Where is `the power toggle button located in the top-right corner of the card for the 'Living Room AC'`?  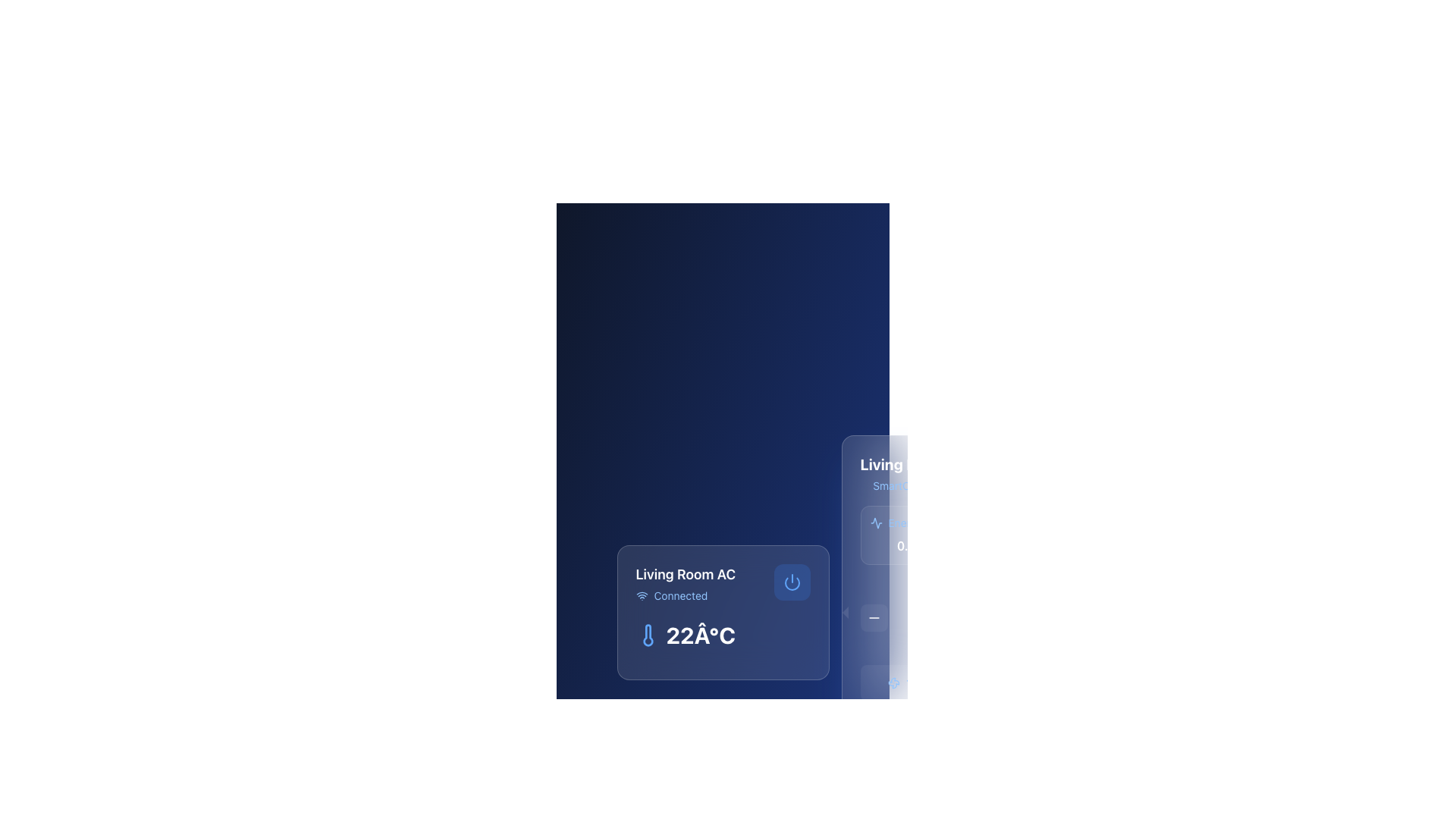 the power toggle button located in the top-right corner of the card for the 'Living Room AC' is located at coordinates (791, 581).